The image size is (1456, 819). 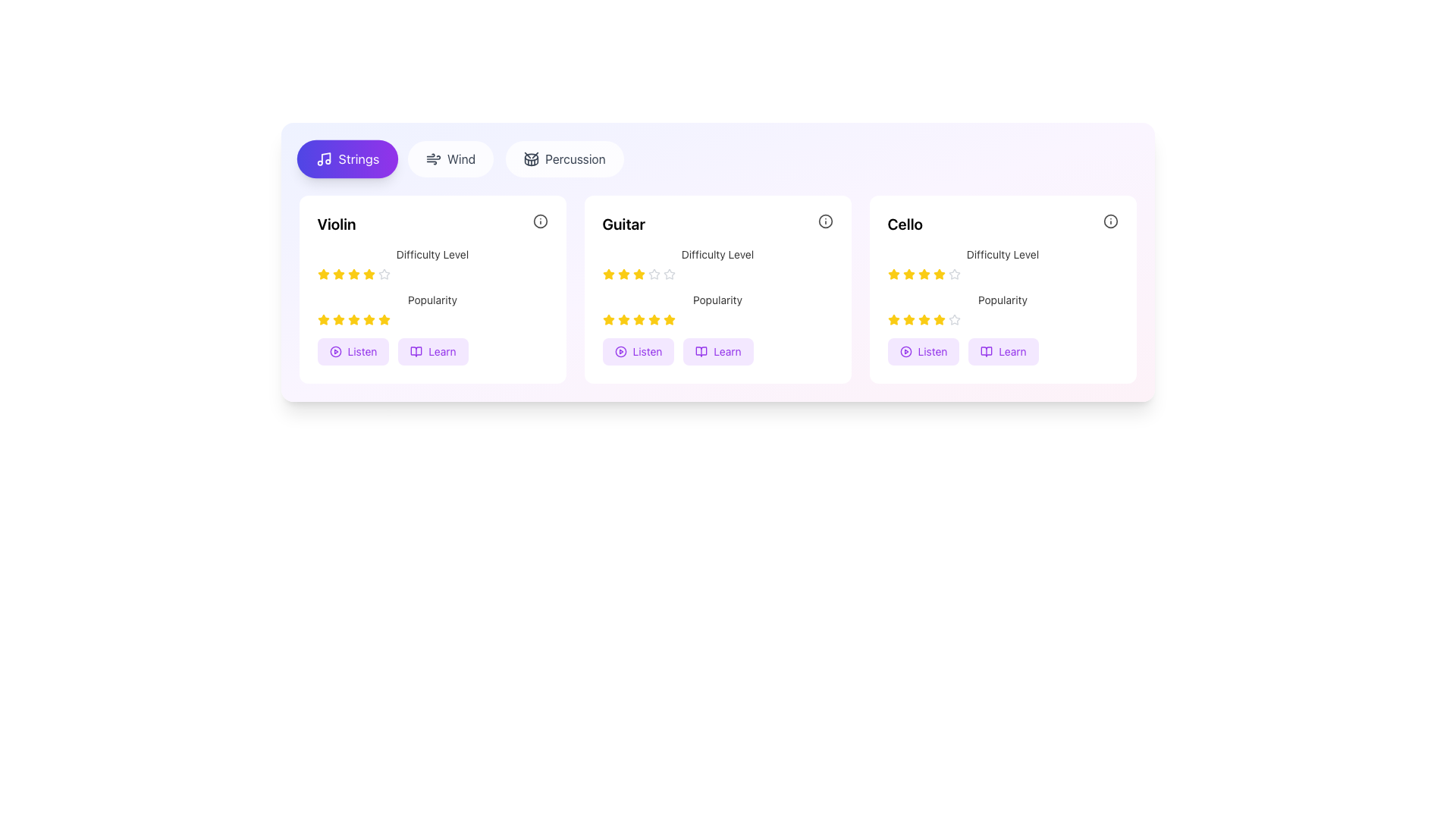 What do you see at coordinates (353, 274) in the screenshot?
I see `the third star rating icon represented as a yellow four-pointed star in the 'Difficulty Level' section of the 'Violin' card to rate it` at bounding box center [353, 274].